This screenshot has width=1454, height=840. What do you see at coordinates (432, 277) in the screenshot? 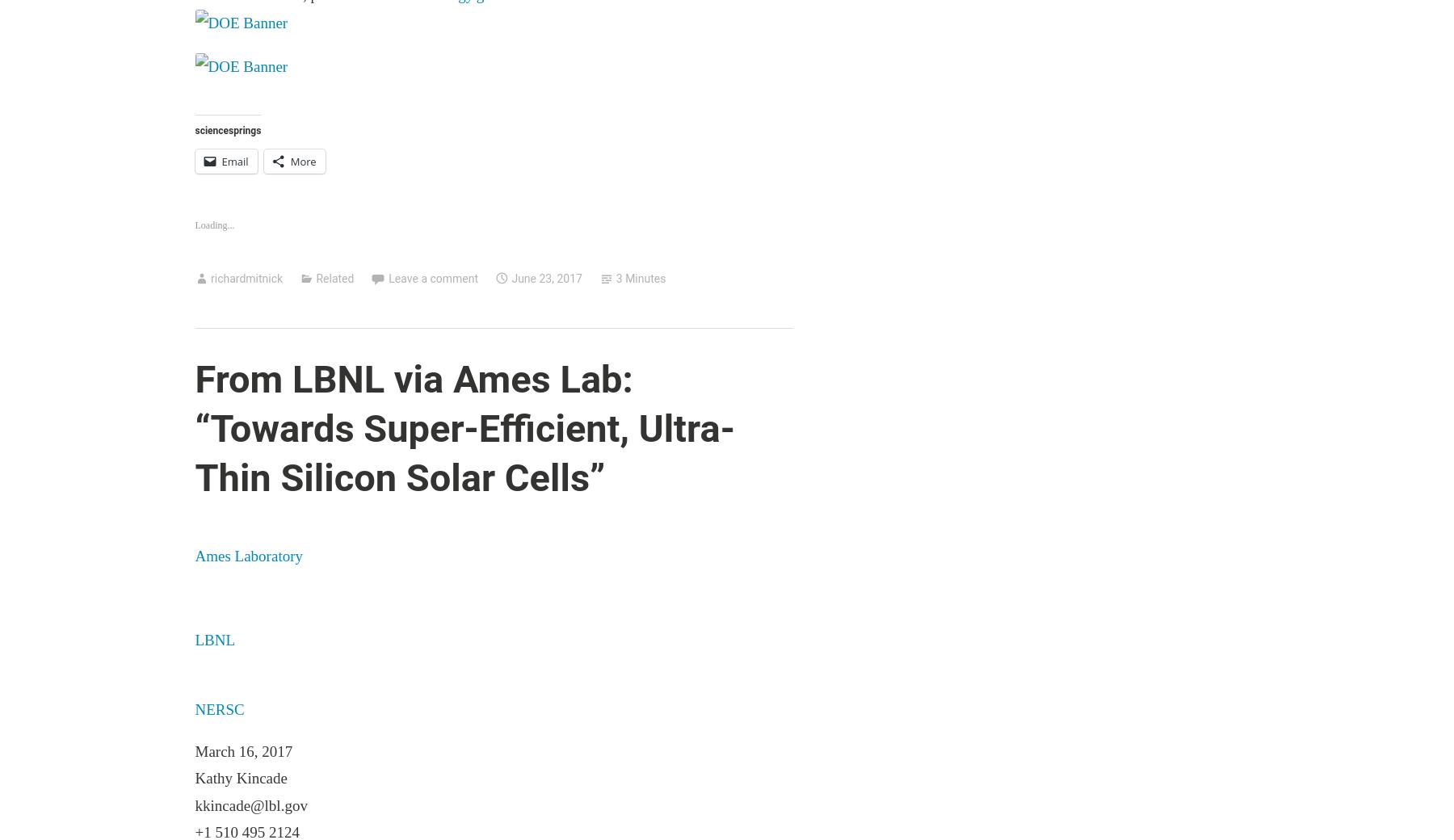
I see `'Leave a comment'` at bounding box center [432, 277].